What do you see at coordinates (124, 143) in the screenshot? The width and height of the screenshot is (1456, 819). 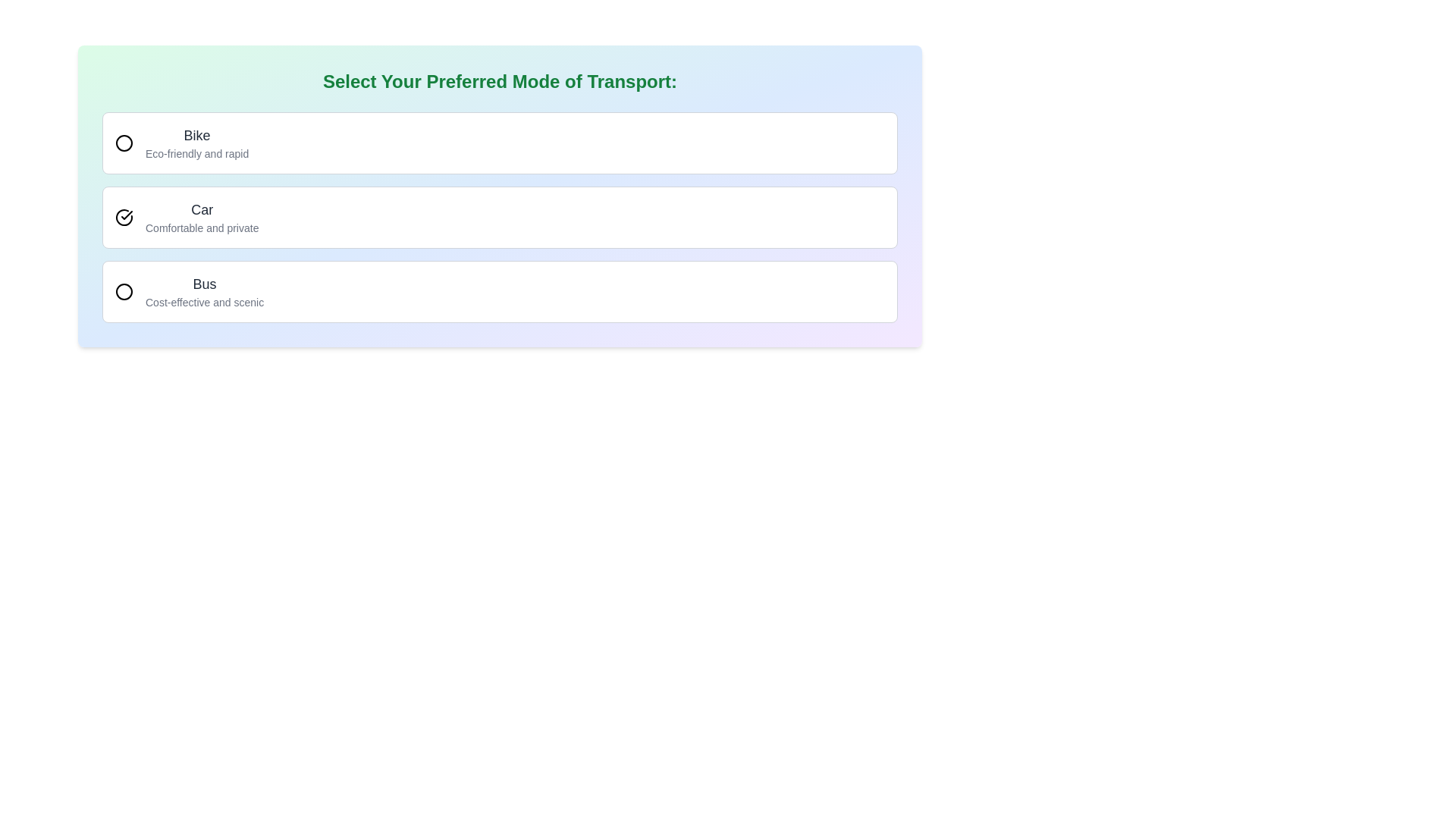 I see `the radio button associated with the option 'Bike'` at bounding box center [124, 143].